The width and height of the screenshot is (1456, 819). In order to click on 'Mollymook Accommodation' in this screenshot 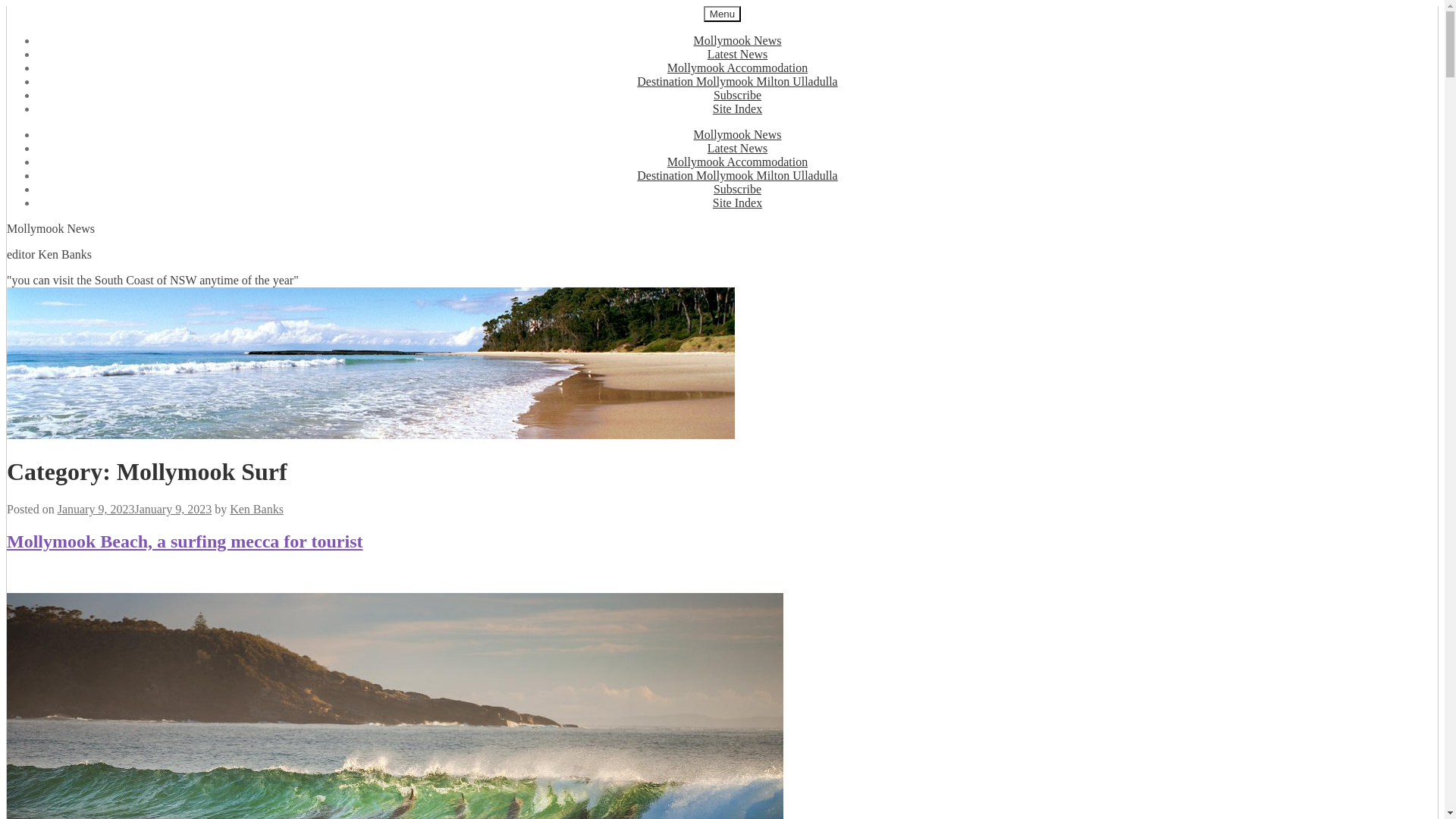, I will do `click(667, 162)`.